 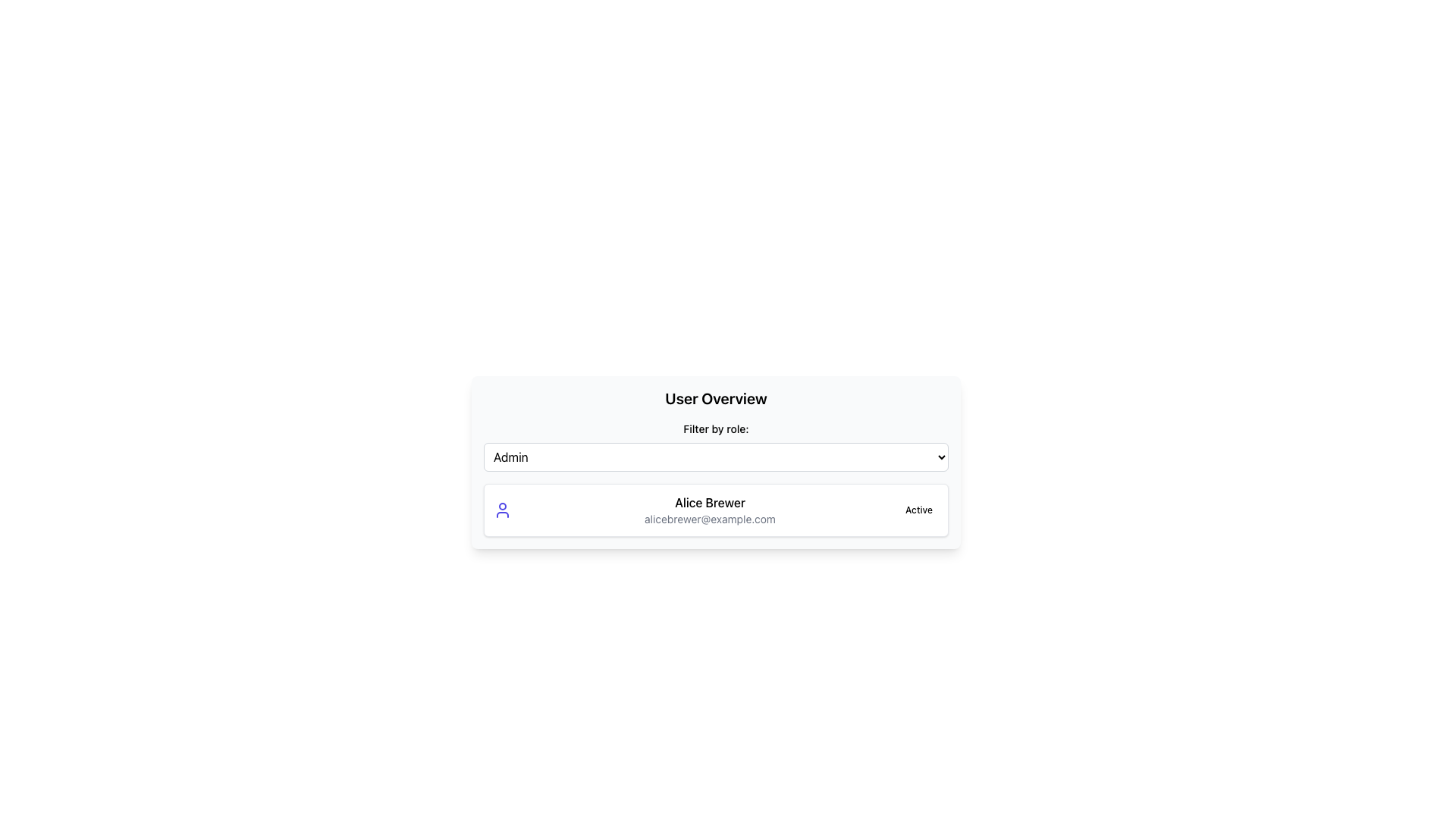 I want to click on the email address 'alicebrewer@example.com' displayed in the Profile Card of user 'Alice Brewer' to copy it, so click(x=715, y=510).